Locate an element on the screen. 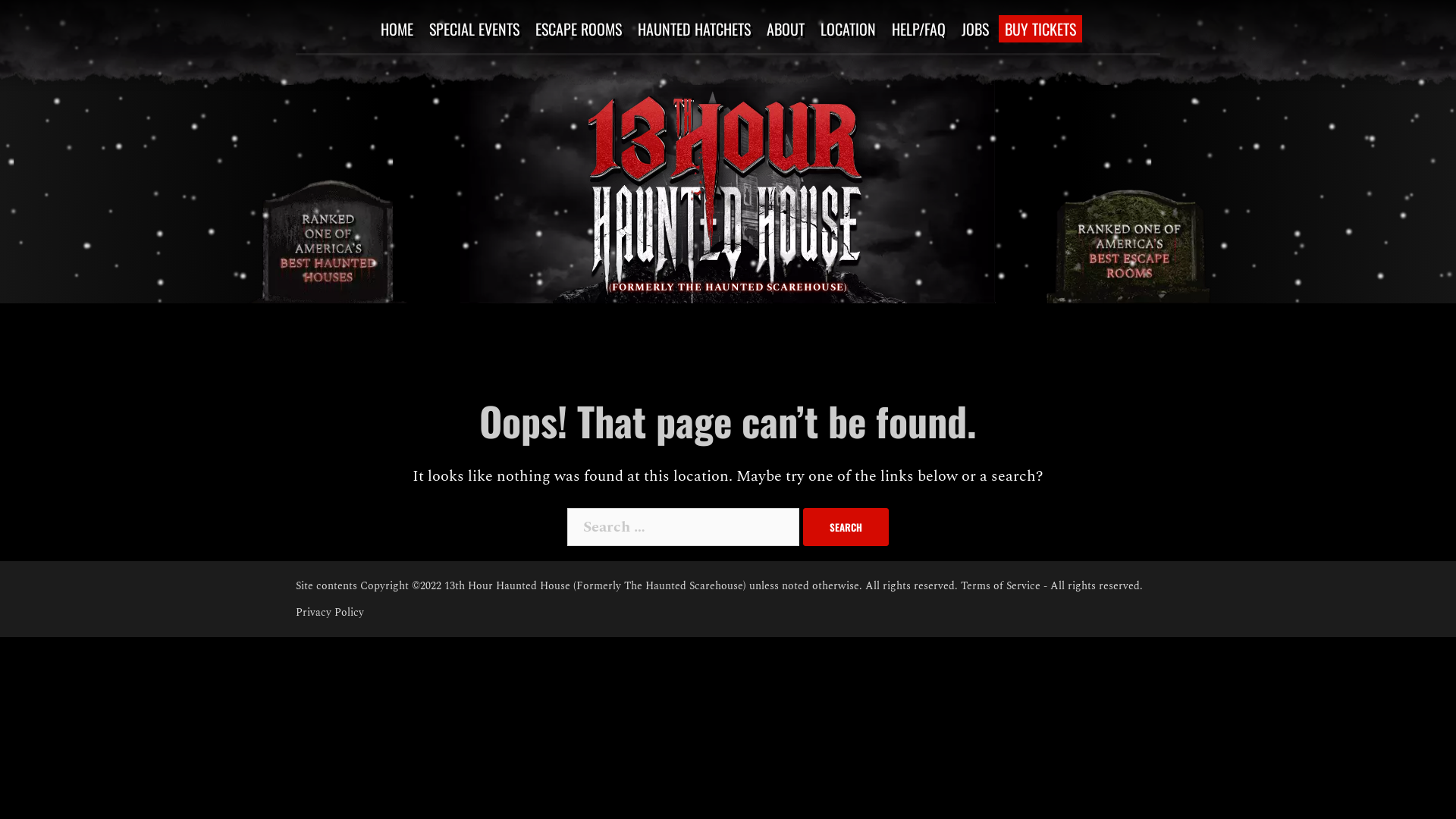 This screenshot has height=819, width=1456. 'ABOUT' is located at coordinates (785, 29).